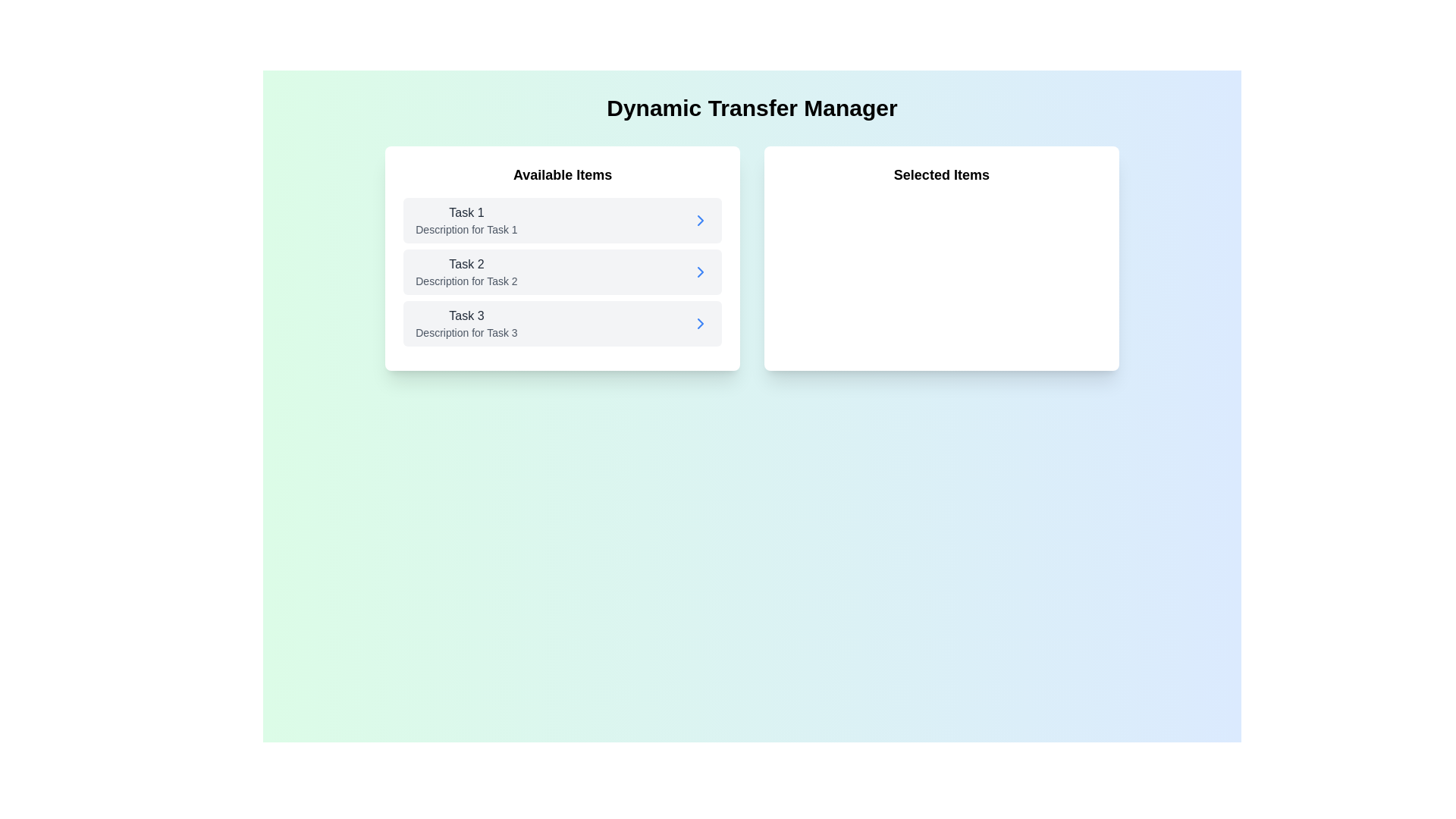 This screenshot has width=1456, height=819. I want to click on the text label displaying 'Task 3' which is styled with a medium-weight dark gray font against a light gray background, located in the 'Available Items' column, so click(466, 315).